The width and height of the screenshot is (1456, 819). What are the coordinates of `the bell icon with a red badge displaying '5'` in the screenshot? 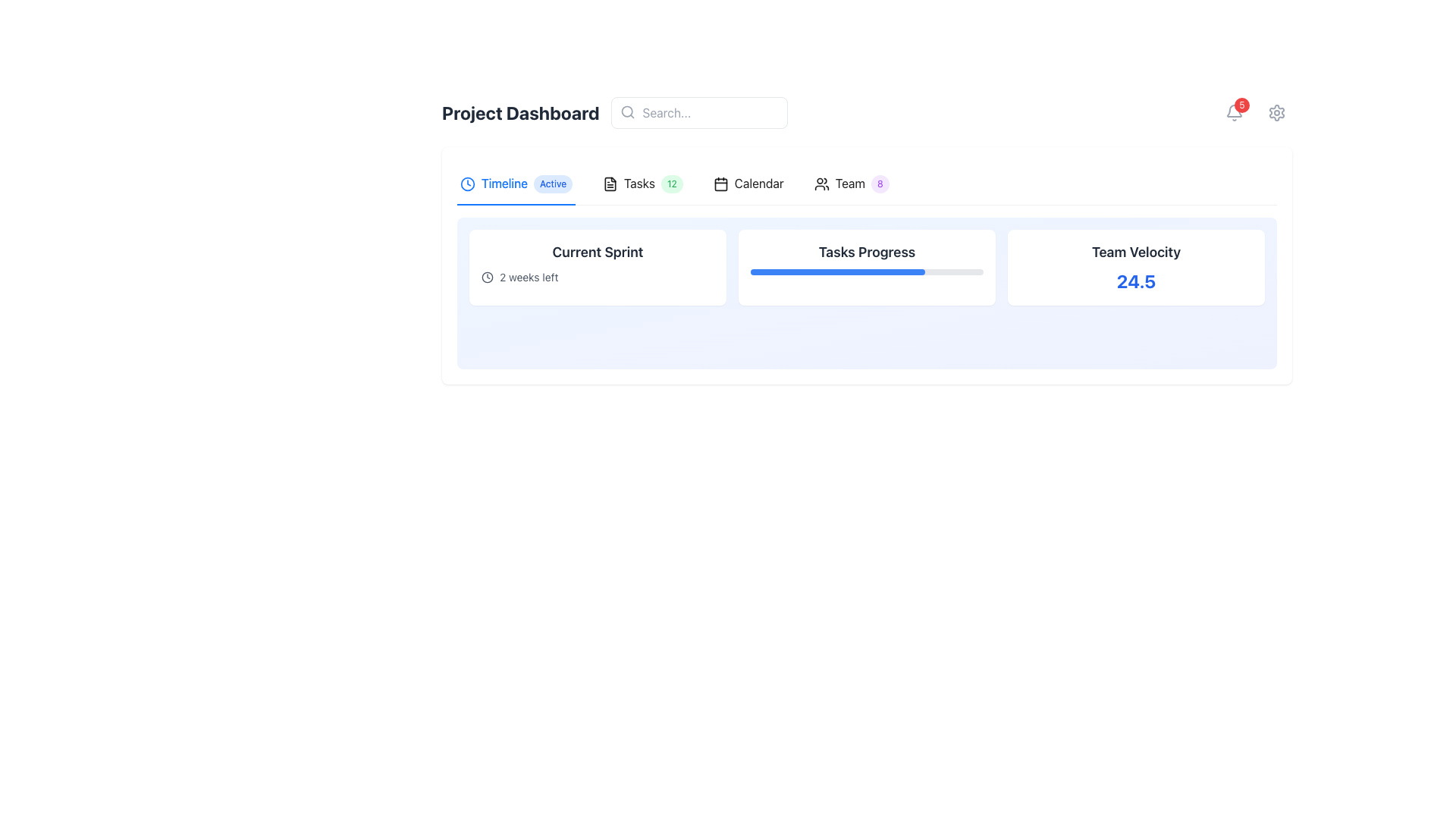 It's located at (1234, 112).